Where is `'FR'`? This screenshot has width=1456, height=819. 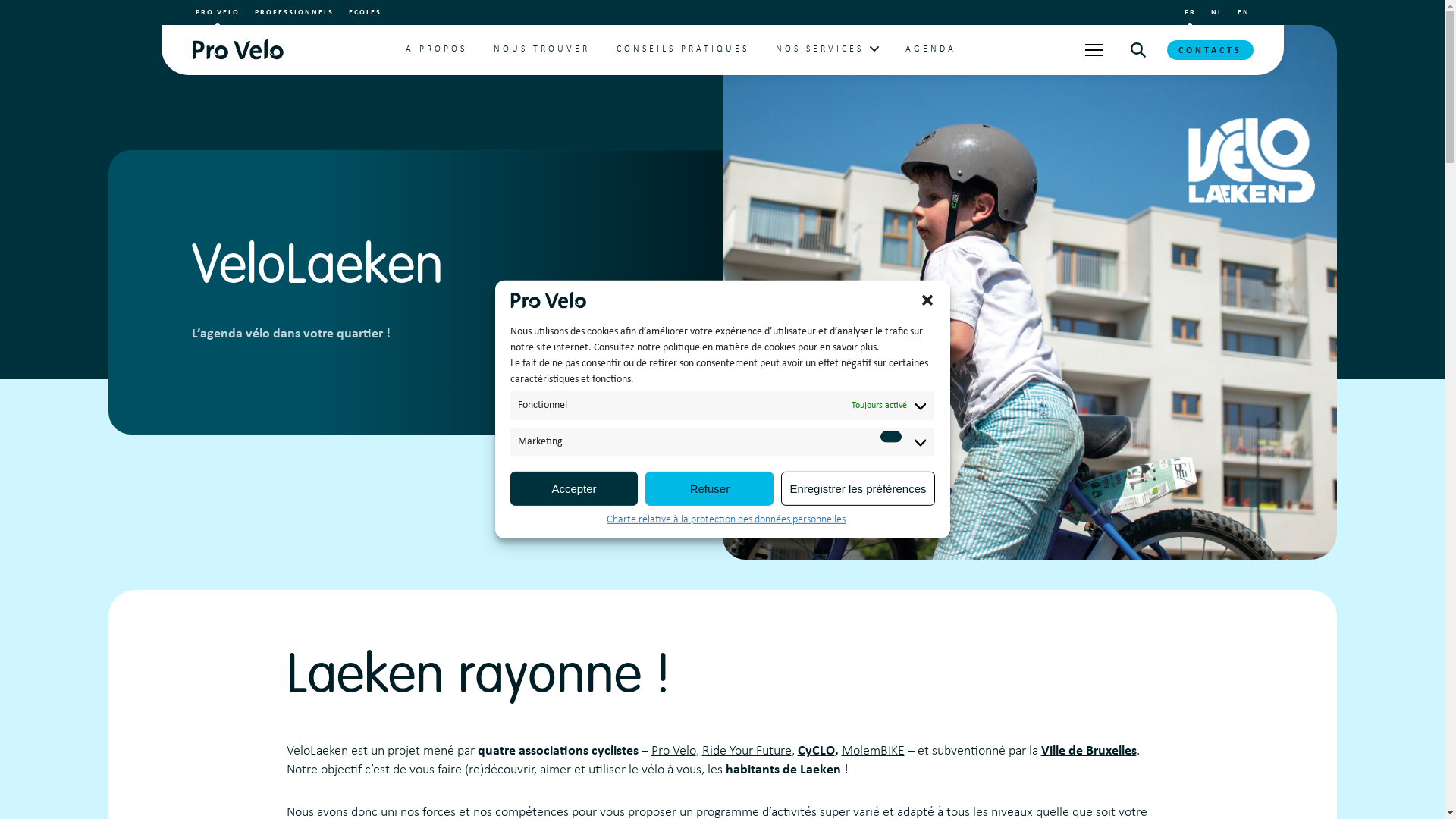 'FR' is located at coordinates (1189, 12).